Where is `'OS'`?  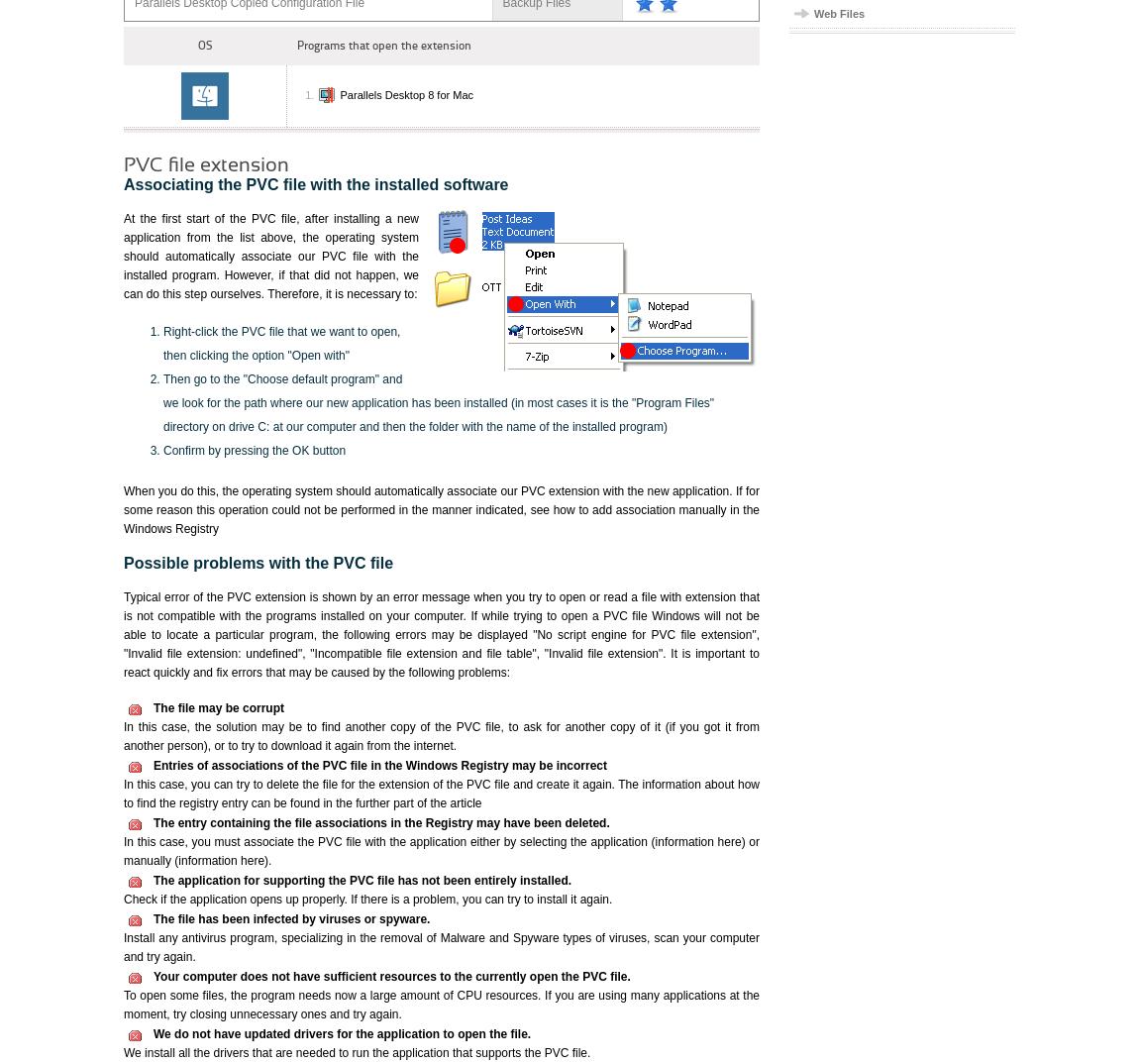
'OS' is located at coordinates (196, 44).